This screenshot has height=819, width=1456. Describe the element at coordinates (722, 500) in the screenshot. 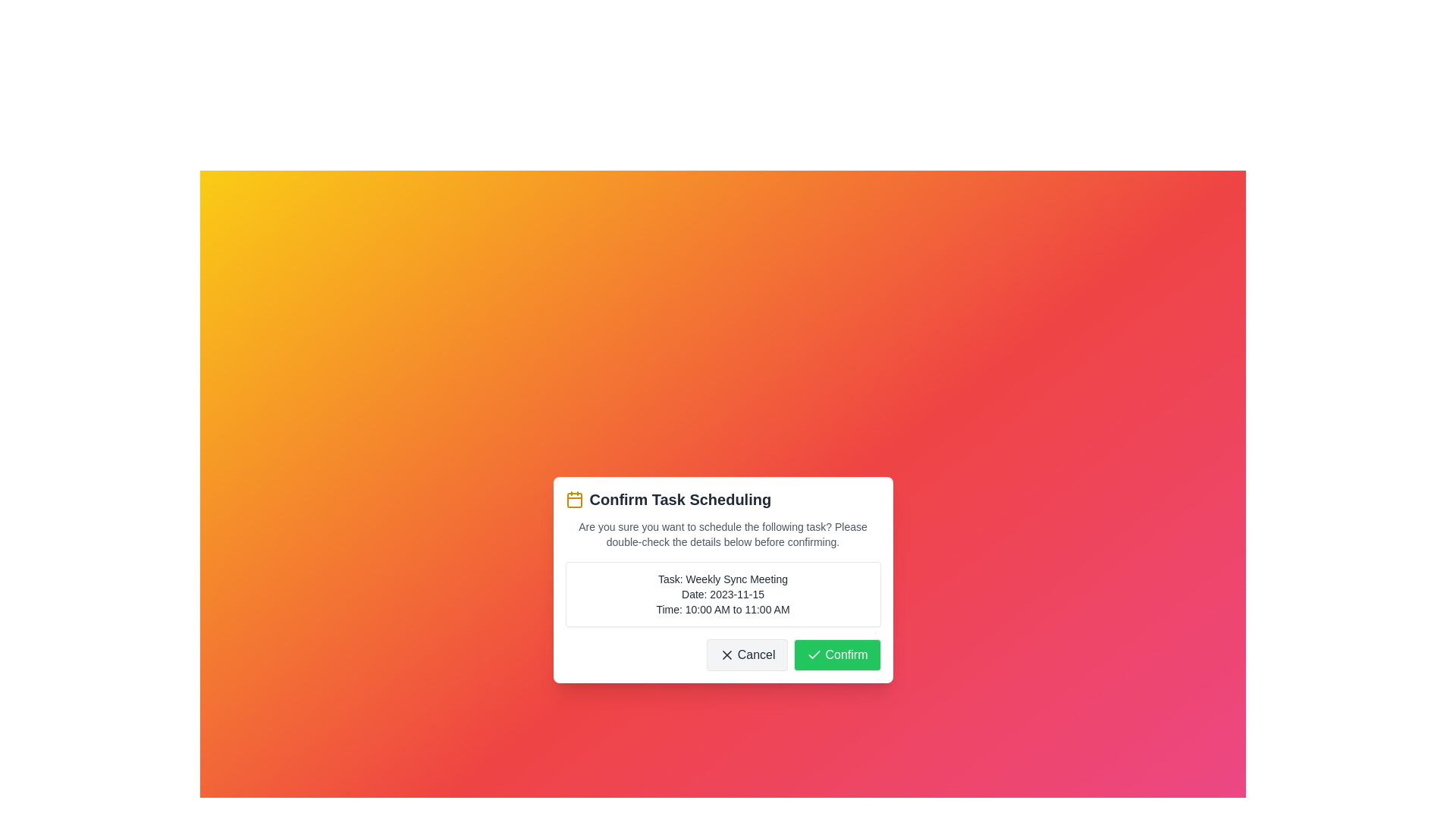

I see `the heading element at the top of the modal dialog that indicates the purpose of the task scheduling operation, which includes a calendar icon on the left side` at that location.